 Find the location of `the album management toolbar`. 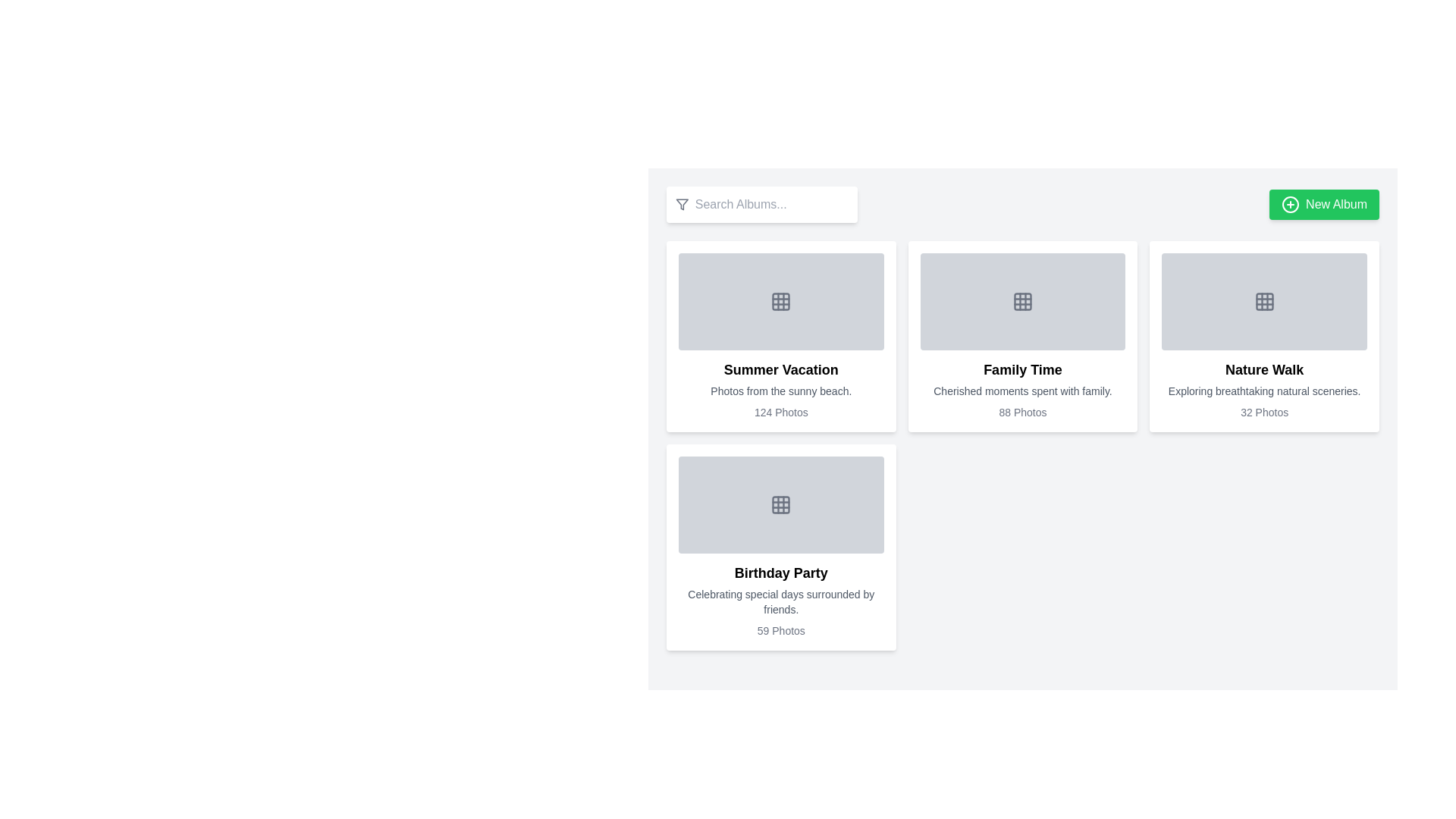

the album management toolbar is located at coordinates (1022, 205).